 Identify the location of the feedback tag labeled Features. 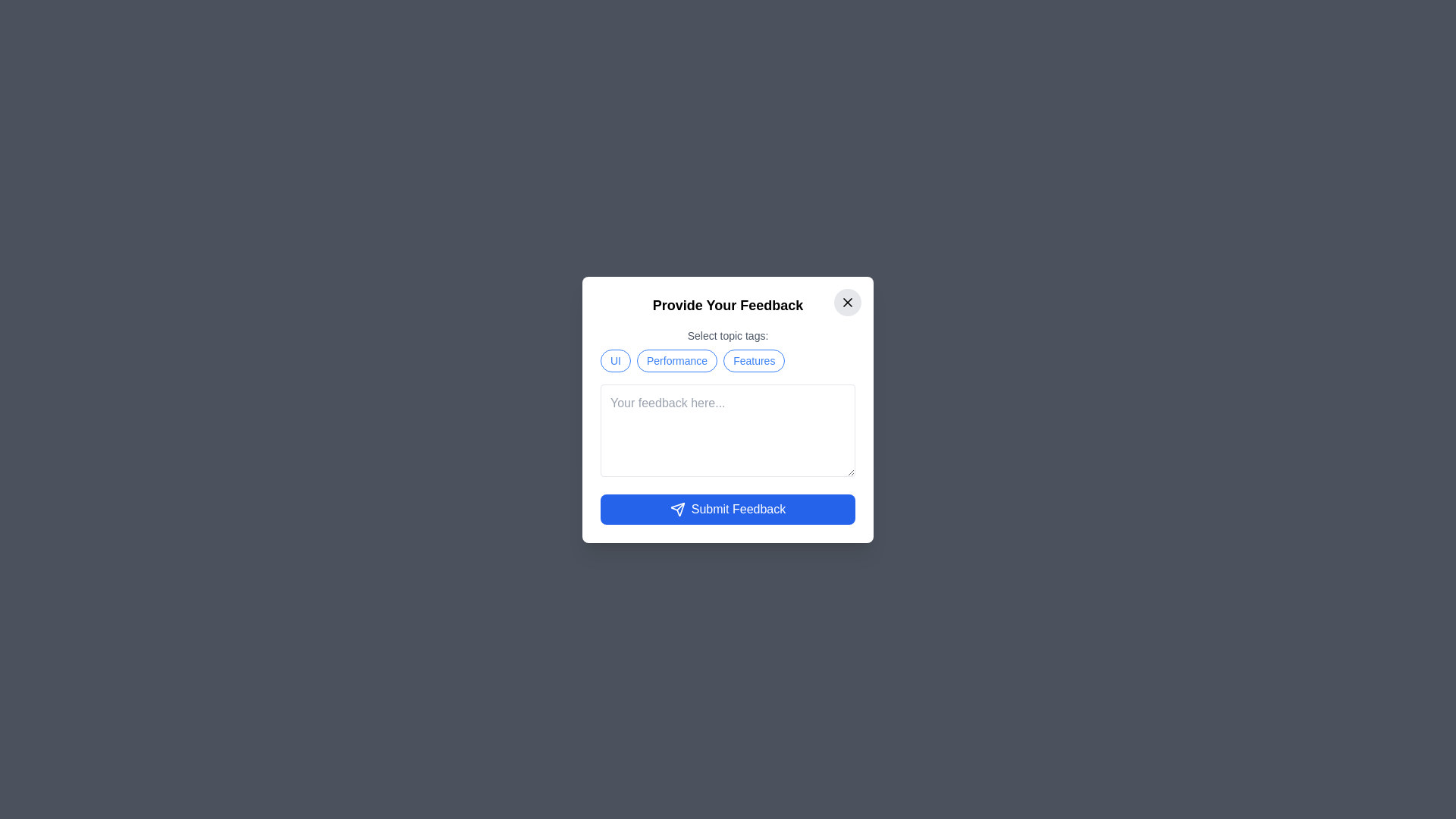
(754, 360).